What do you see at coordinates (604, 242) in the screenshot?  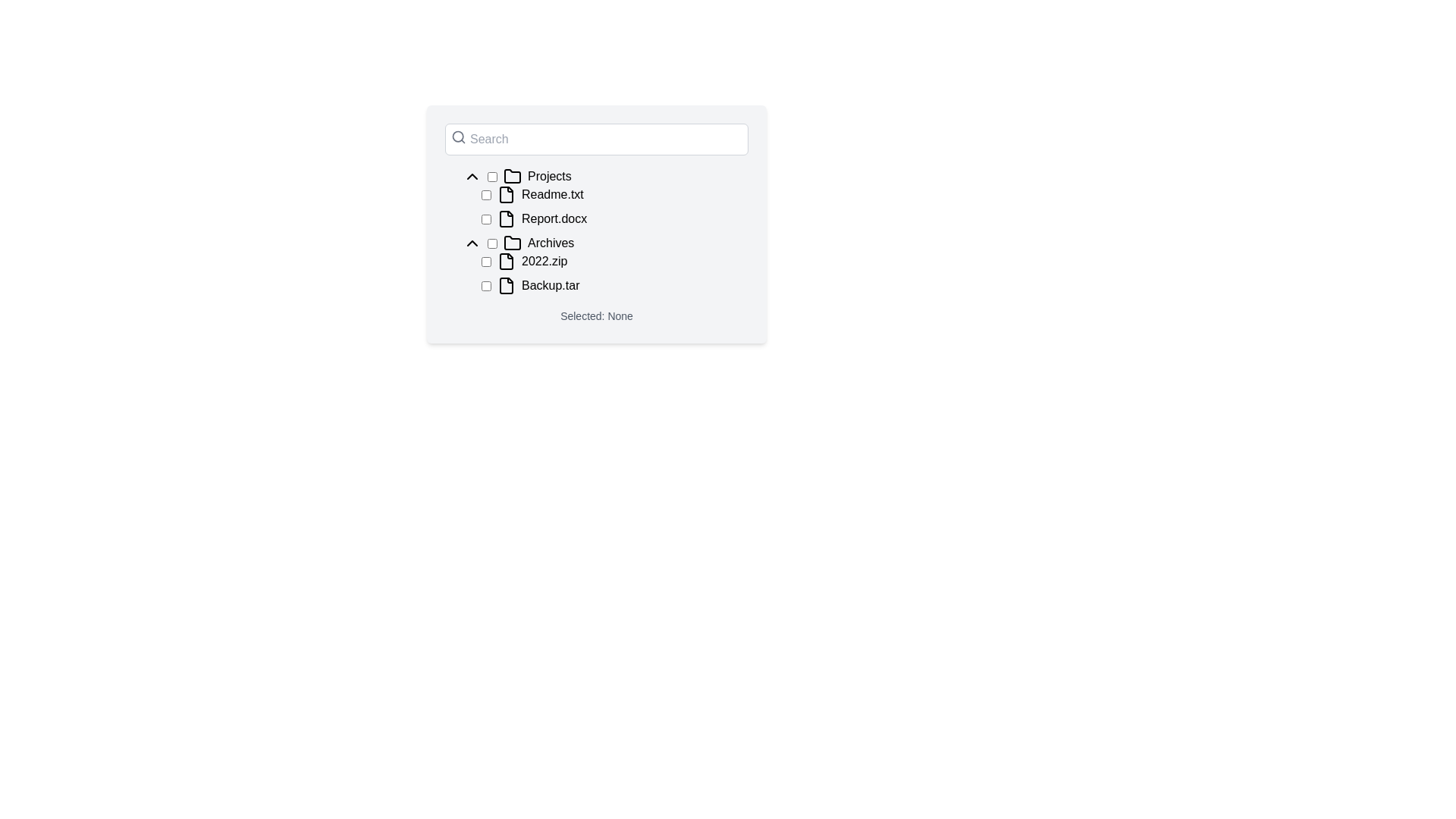 I see `the checkbox of the 'Archives' folder in the file hierarchy` at bounding box center [604, 242].